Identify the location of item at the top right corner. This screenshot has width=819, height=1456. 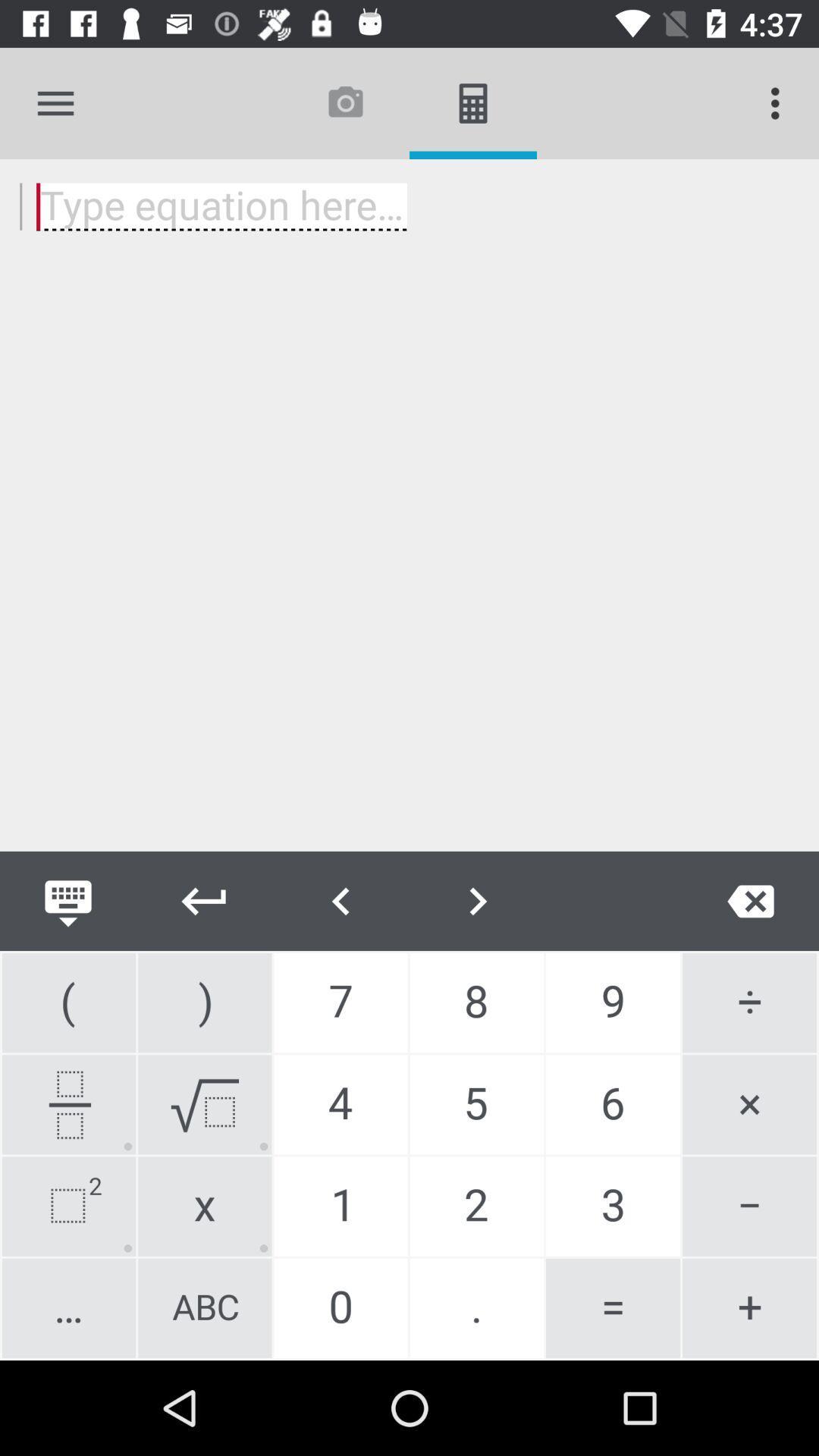
(779, 102).